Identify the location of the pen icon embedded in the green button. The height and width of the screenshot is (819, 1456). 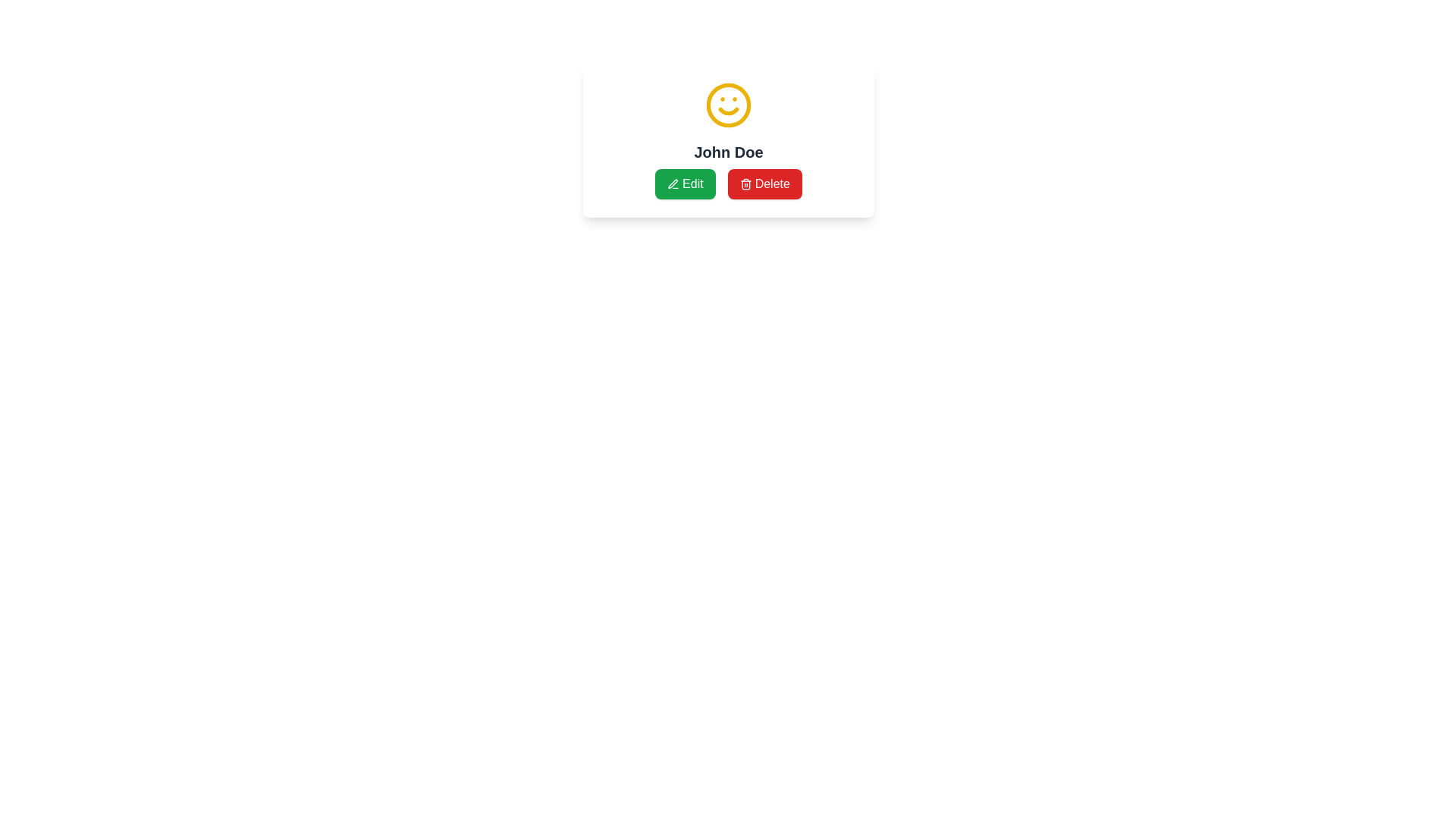
(673, 184).